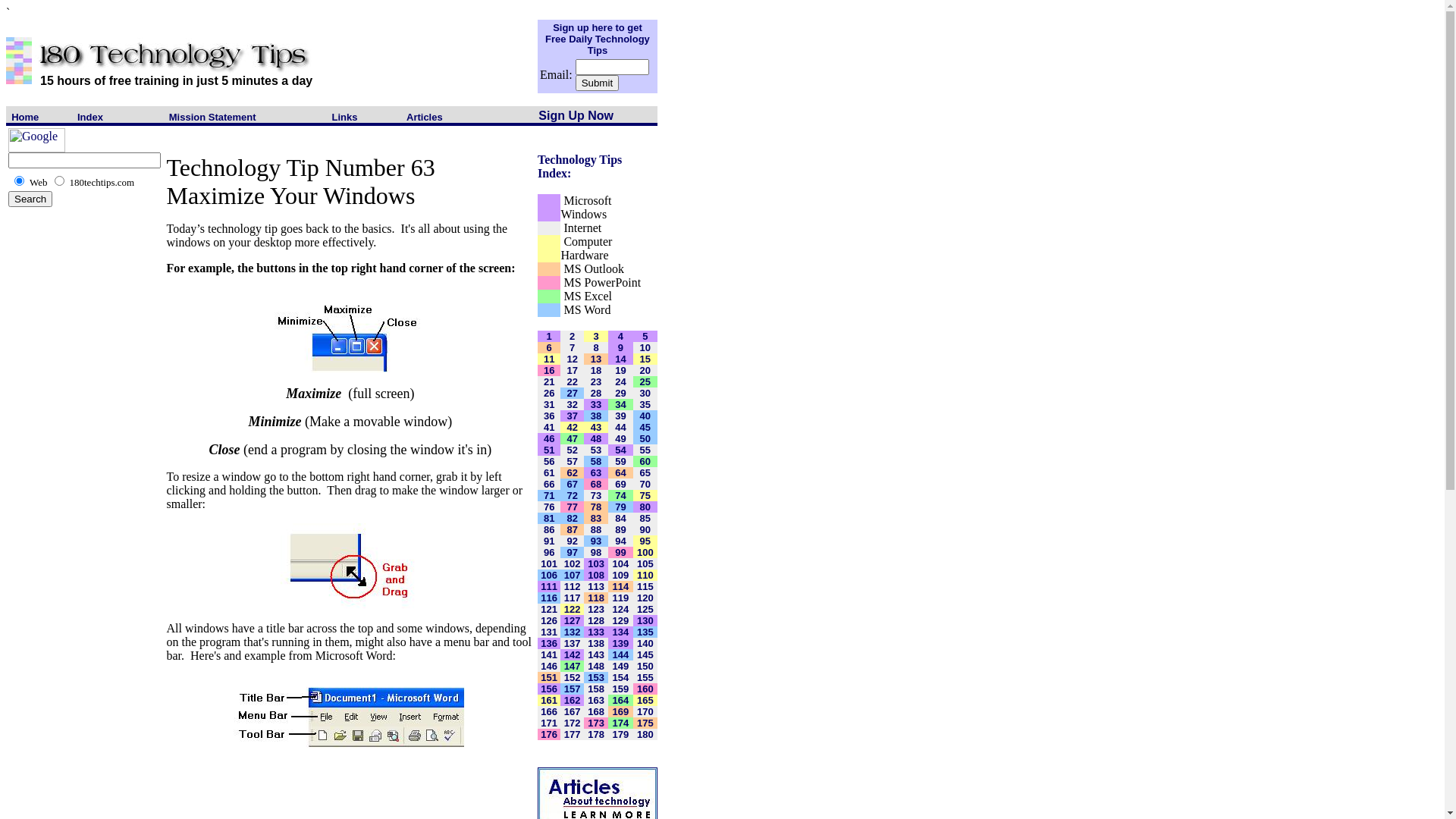 Image resolution: width=1456 pixels, height=819 pixels. What do you see at coordinates (621, 653) in the screenshot?
I see `'144'` at bounding box center [621, 653].